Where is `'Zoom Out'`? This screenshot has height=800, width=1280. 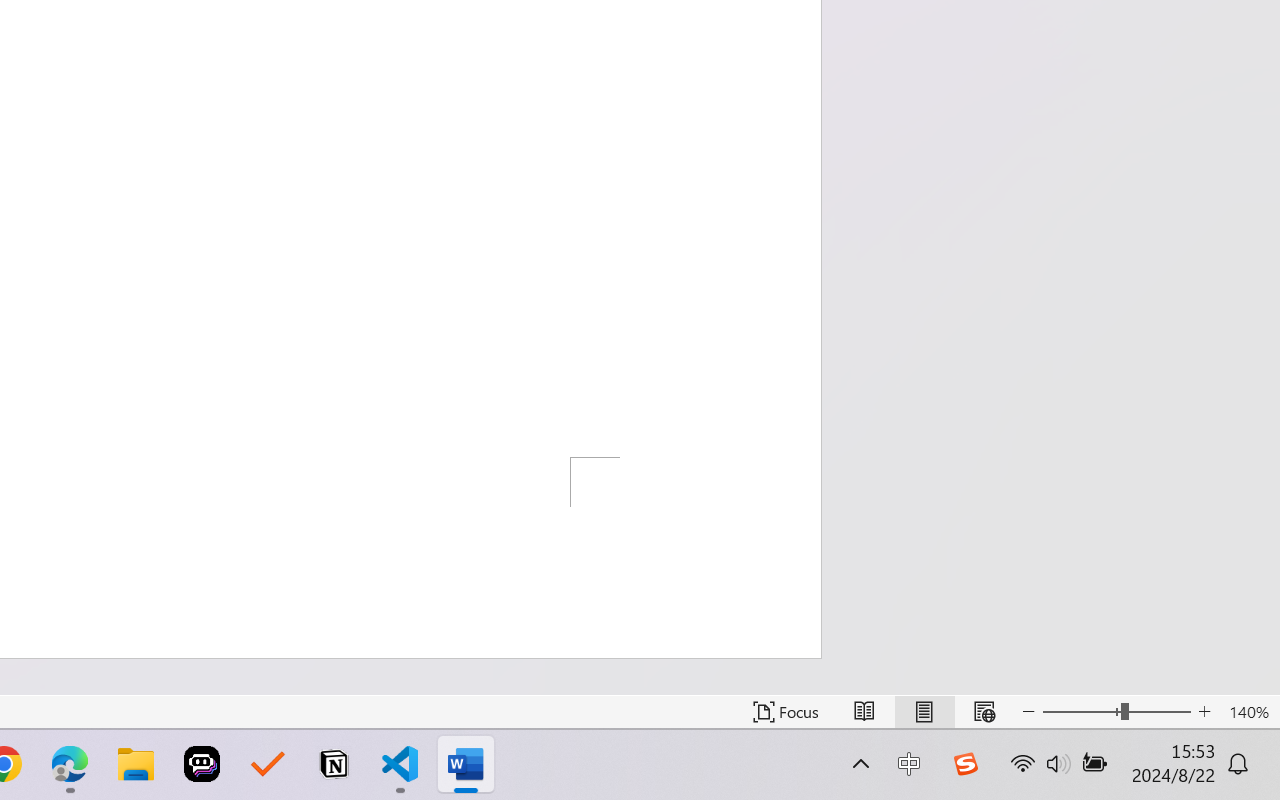 'Zoom Out' is located at coordinates (1080, 711).